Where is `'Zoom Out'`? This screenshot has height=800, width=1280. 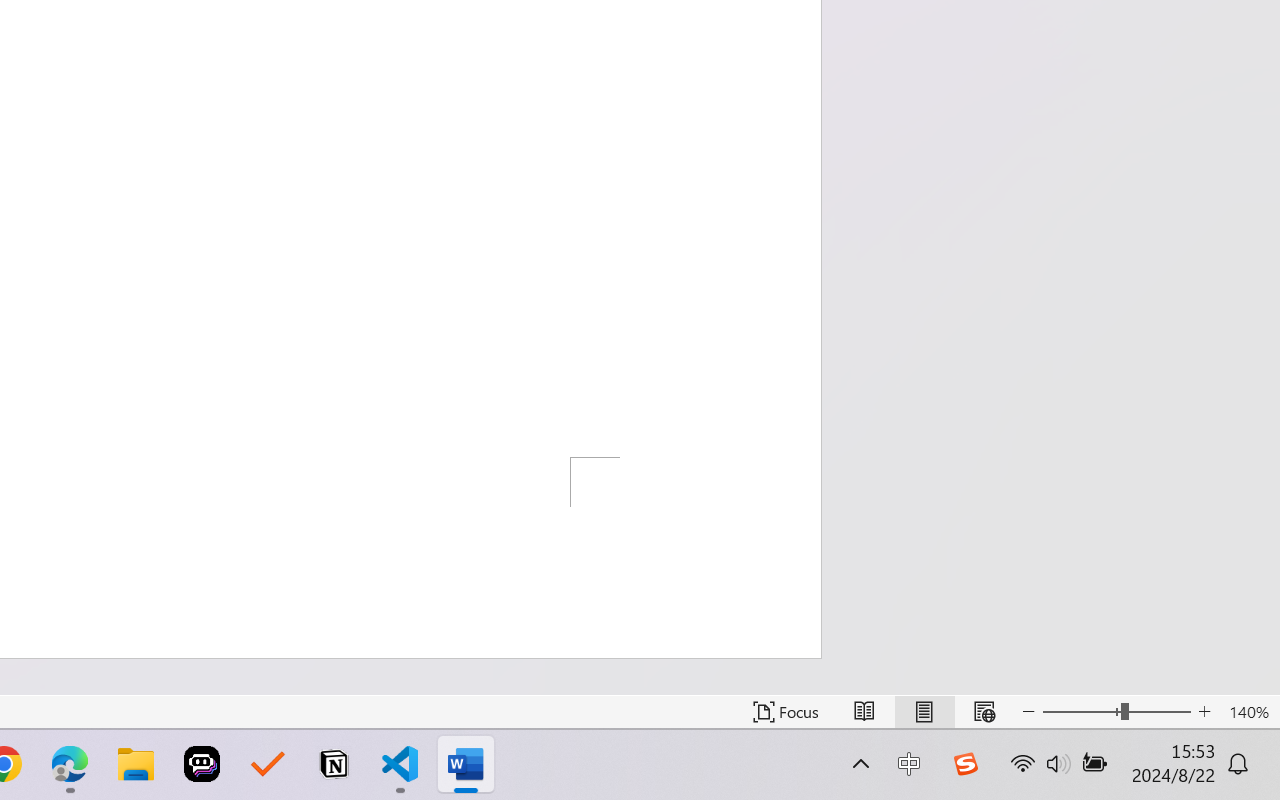 'Zoom Out' is located at coordinates (1080, 711).